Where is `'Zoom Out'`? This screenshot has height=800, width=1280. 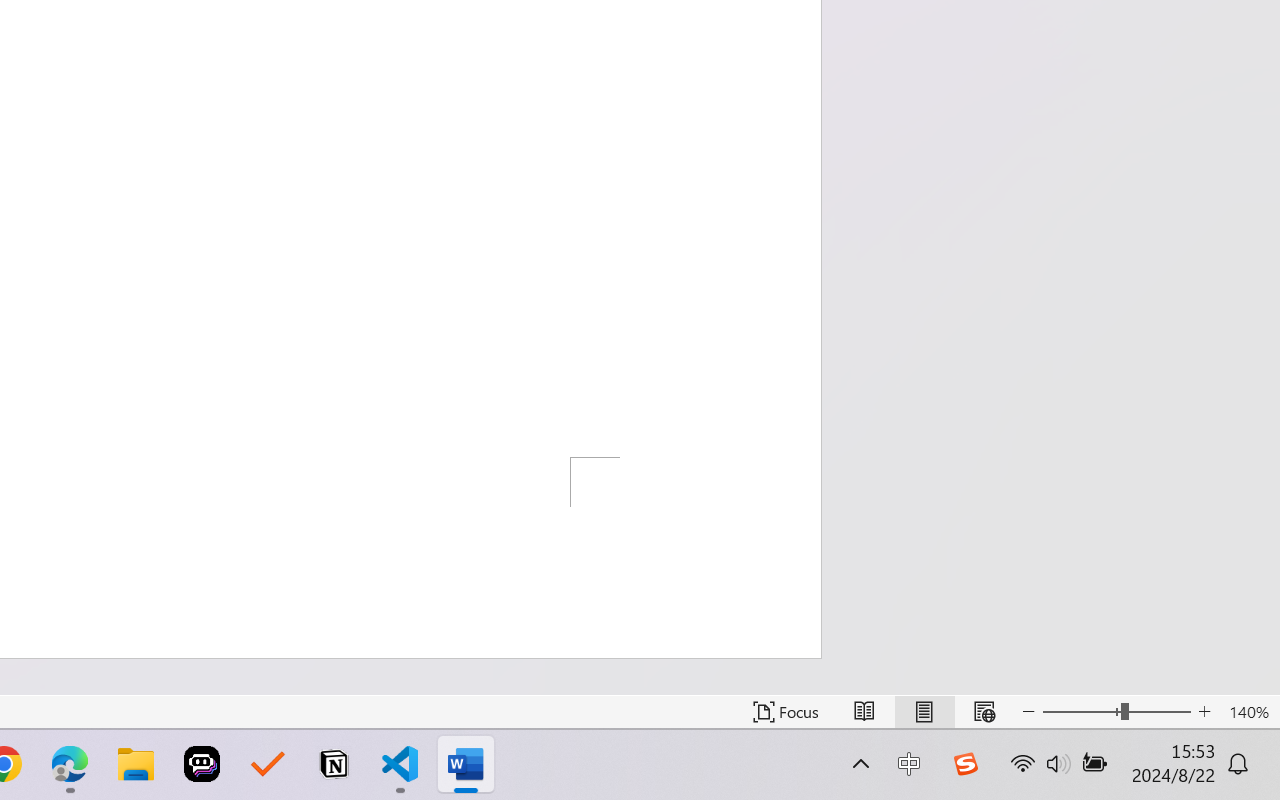 'Zoom Out' is located at coordinates (1080, 711).